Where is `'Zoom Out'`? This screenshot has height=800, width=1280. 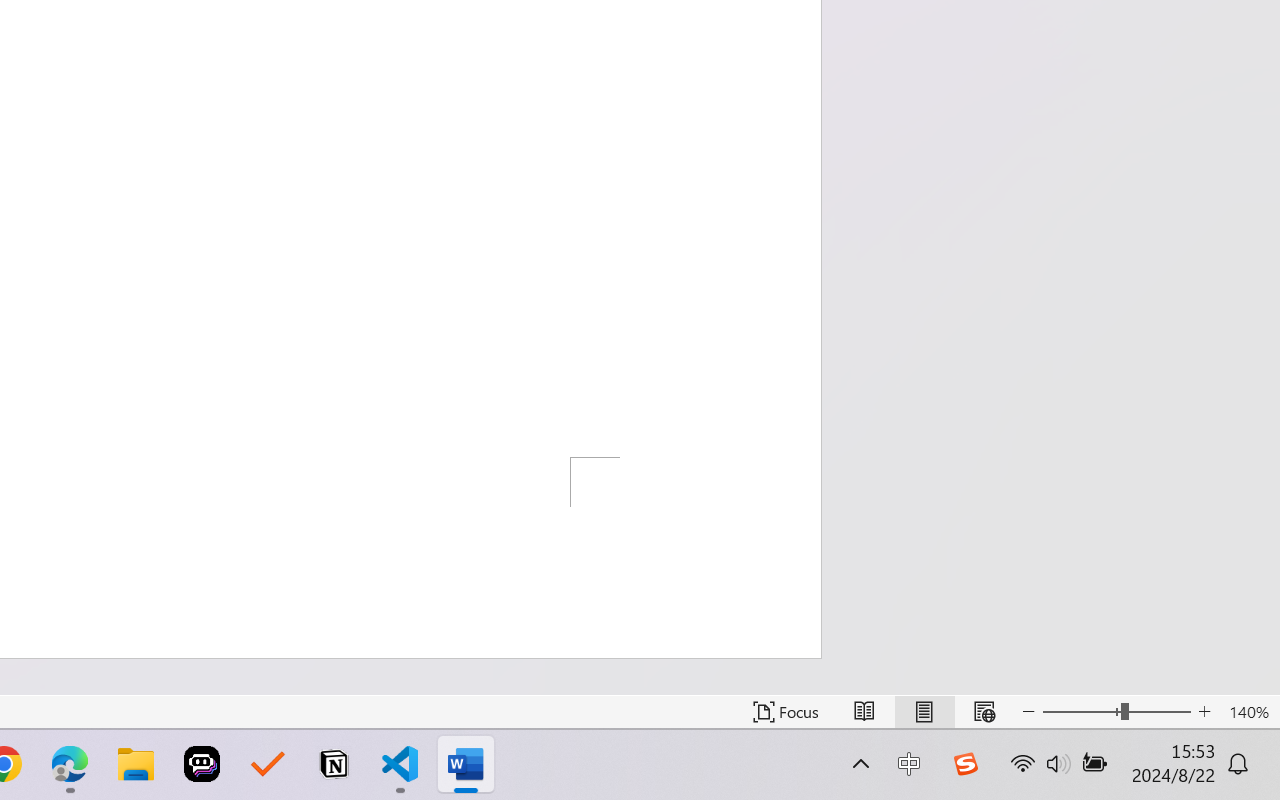 'Zoom Out' is located at coordinates (1080, 711).